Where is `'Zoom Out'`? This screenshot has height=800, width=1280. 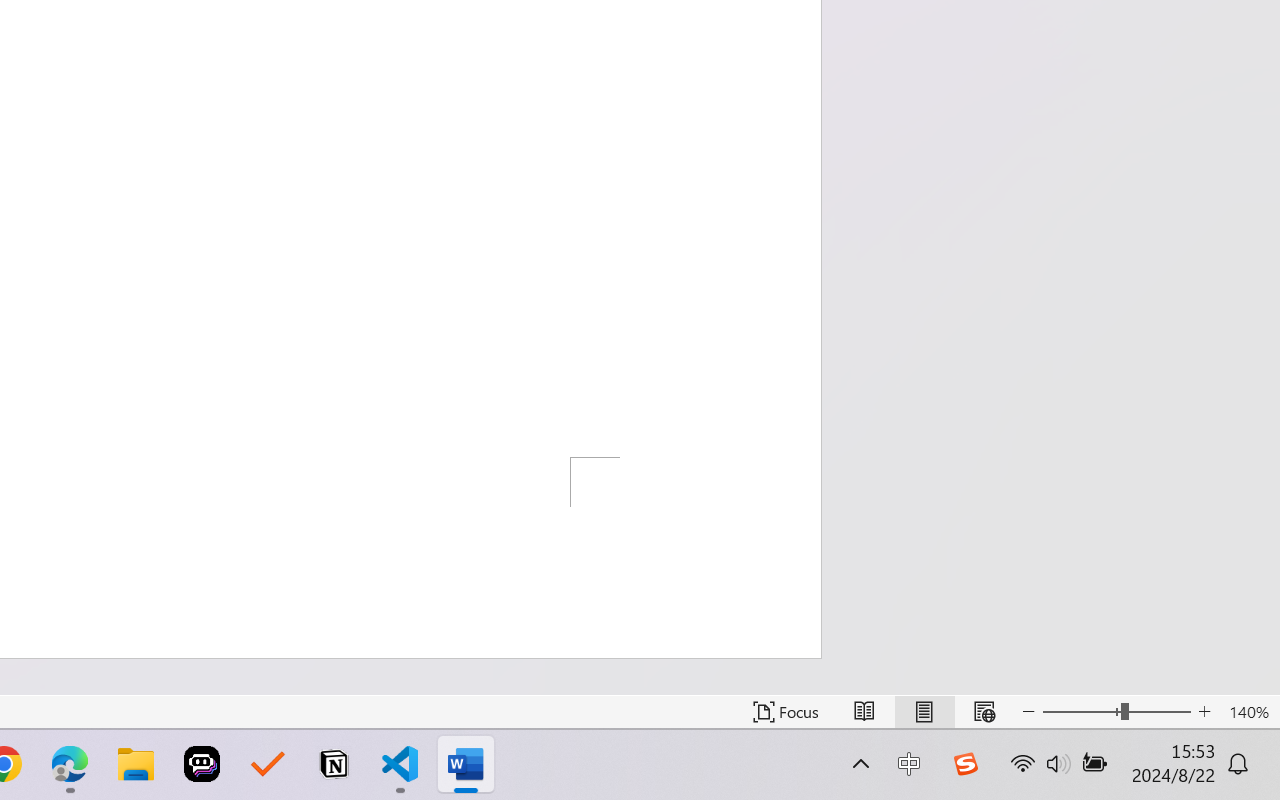 'Zoom Out' is located at coordinates (1080, 711).